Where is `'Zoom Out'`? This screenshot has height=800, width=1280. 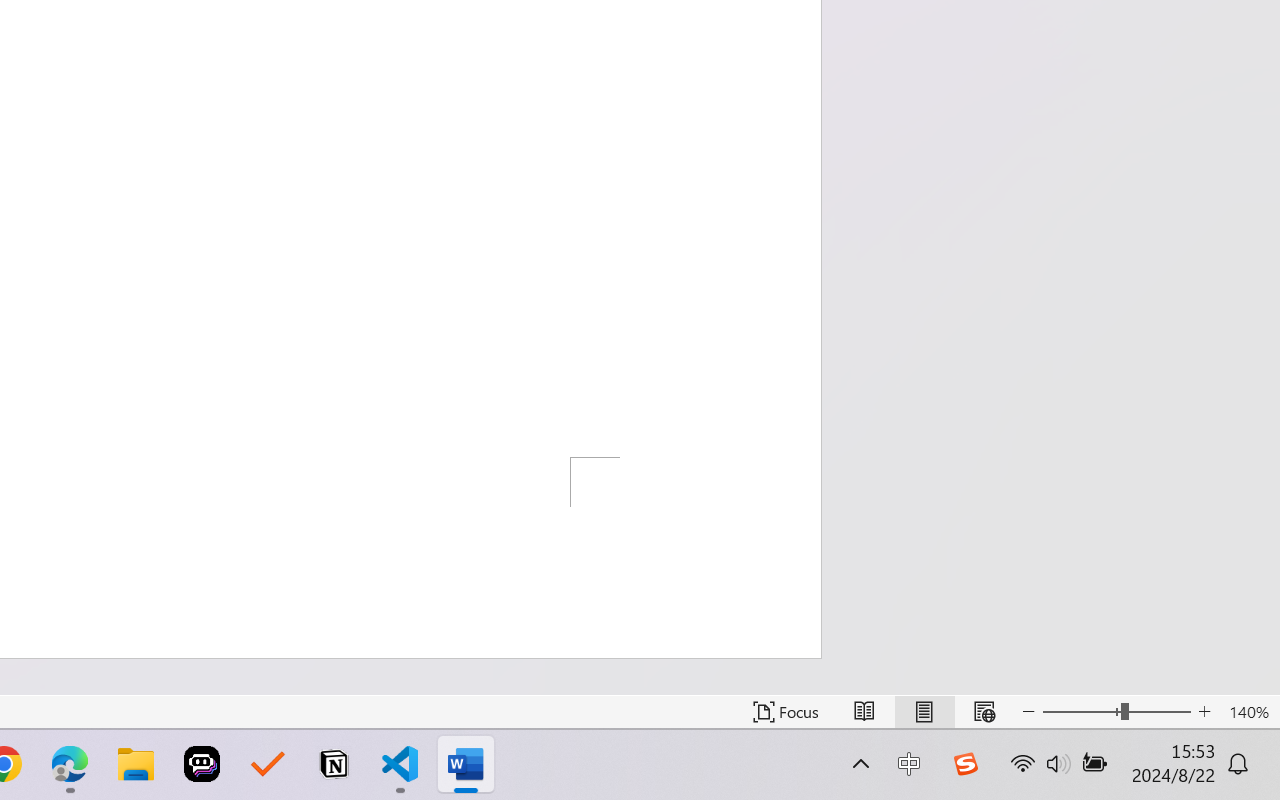 'Zoom Out' is located at coordinates (1080, 711).